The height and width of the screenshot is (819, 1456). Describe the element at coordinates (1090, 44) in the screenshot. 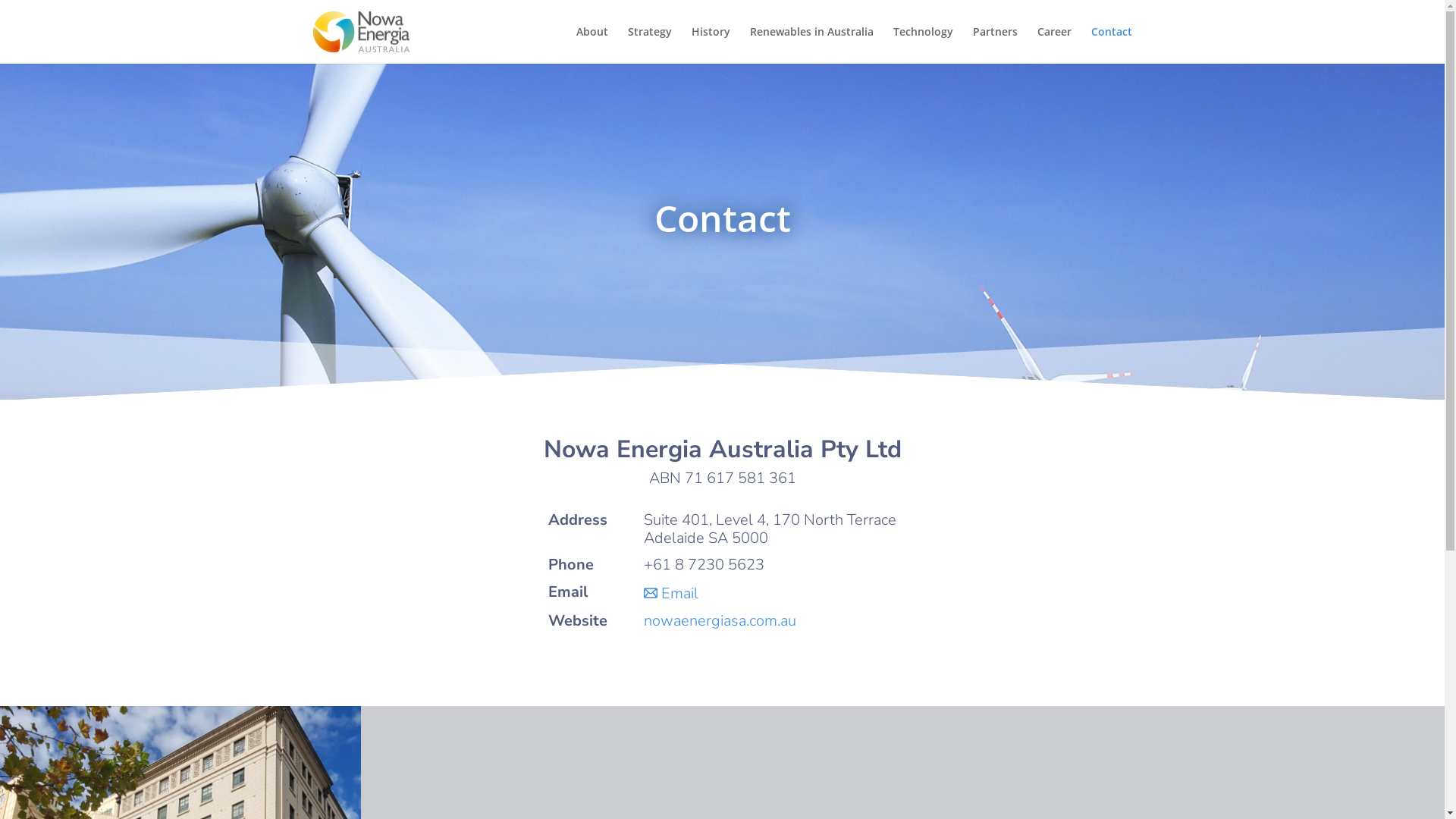

I see `'Contact'` at that location.